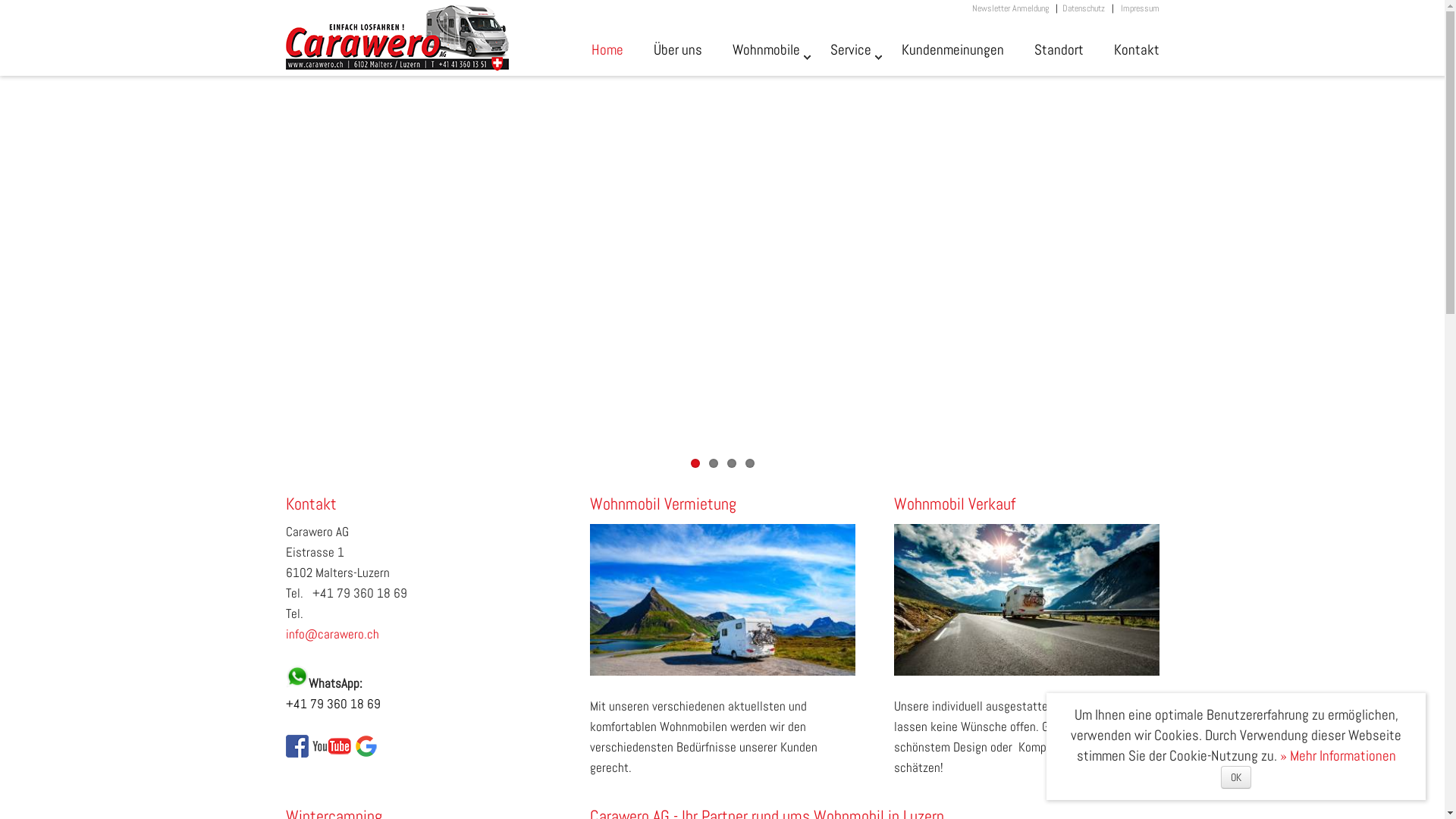 The width and height of the screenshot is (1456, 819). What do you see at coordinates (1081, 8) in the screenshot?
I see `'Datenschutz'` at bounding box center [1081, 8].